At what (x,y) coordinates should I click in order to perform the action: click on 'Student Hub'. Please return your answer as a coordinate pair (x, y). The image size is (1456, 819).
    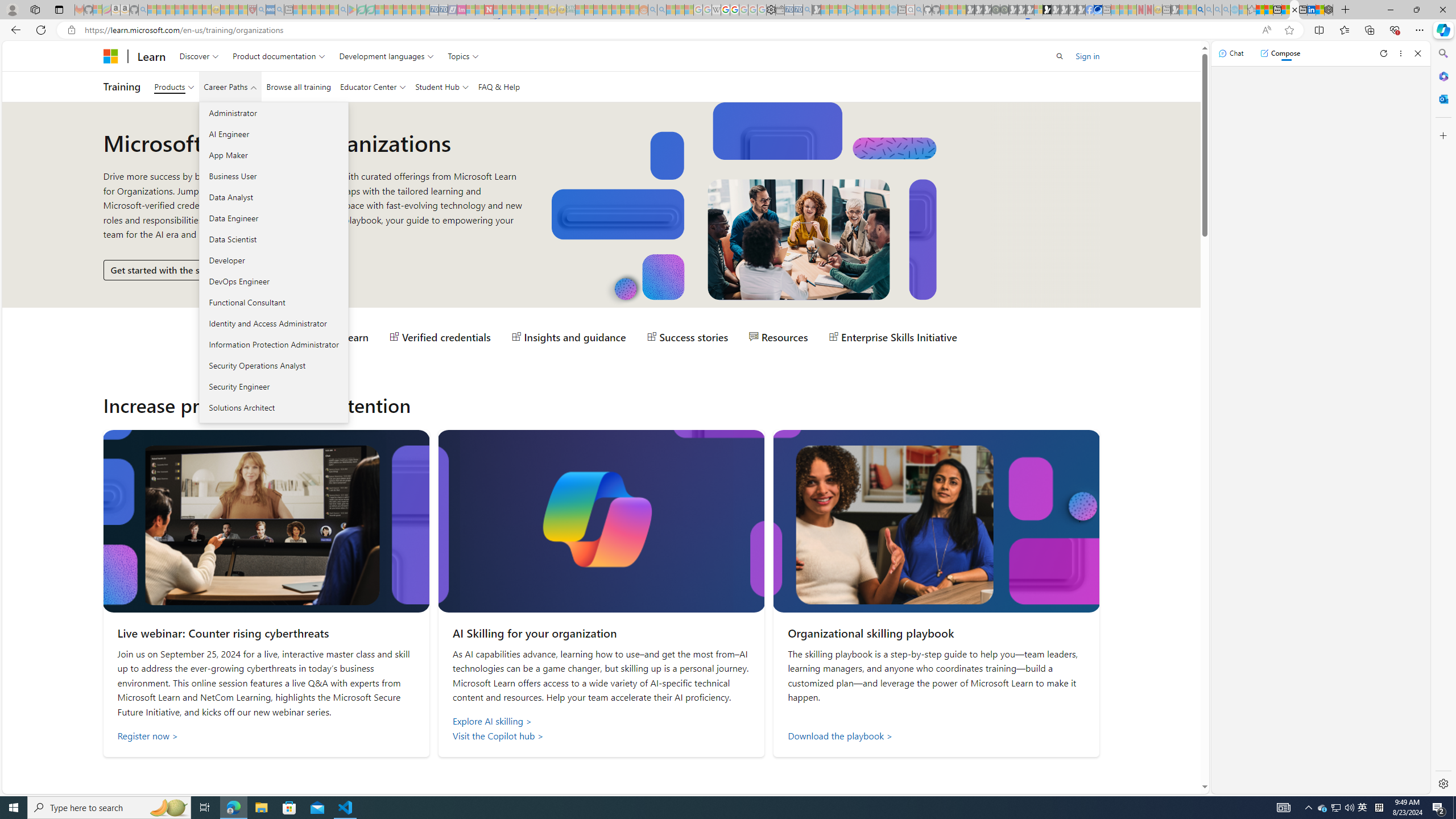
    Looking at the image, I should click on (441, 86).